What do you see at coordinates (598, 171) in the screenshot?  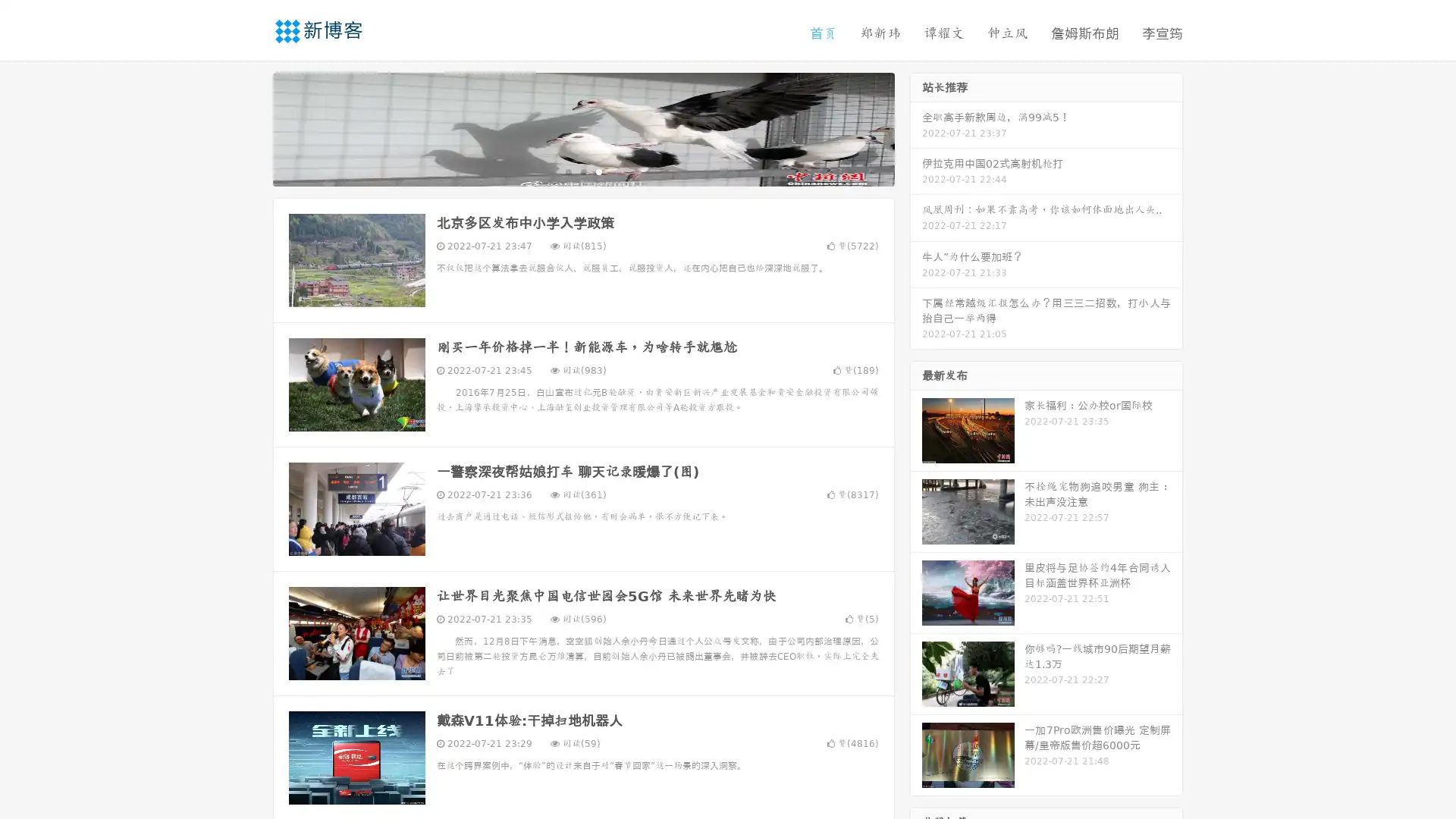 I see `Go to slide 3` at bounding box center [598, 171].